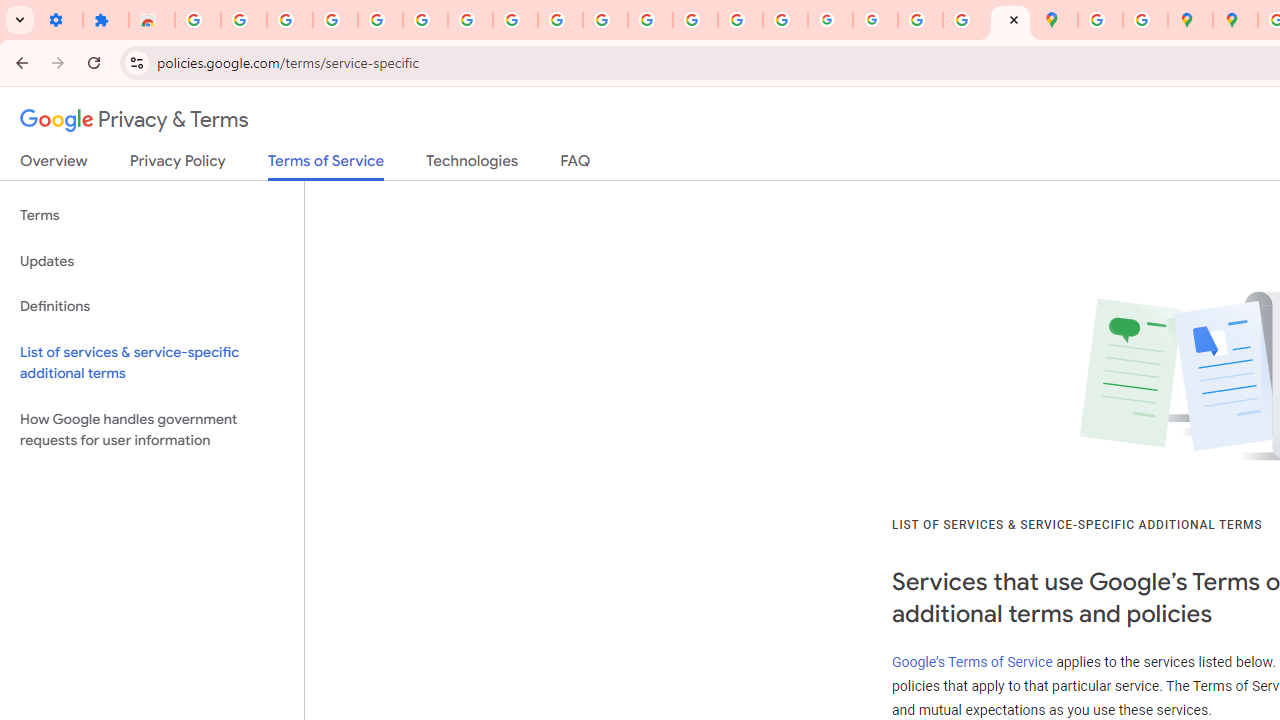 This screenshot has width=1280, height=720. What do you see at coordinates (289, 20) in the screenshot?
I see `'Delete photos & videos - Computer - Google Photos Help'` at bounding box center [289, 20].